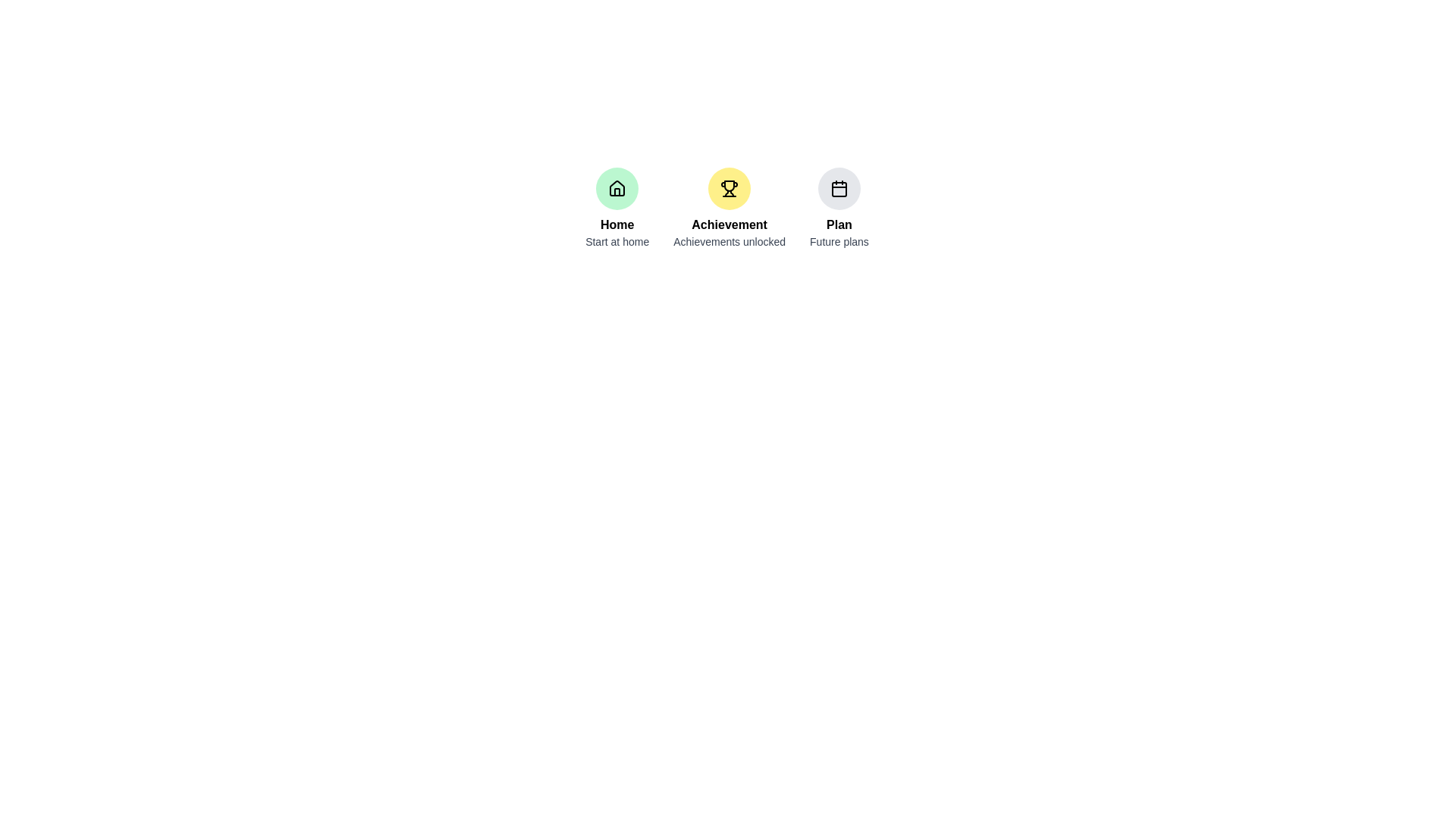 This screenshot has height=819, width=1456. What do you see at coordinates (730, 188) in the screenshot?
I see `the trophy-shaped icon located in the center section of the interface` at bounding box center [730, 188].